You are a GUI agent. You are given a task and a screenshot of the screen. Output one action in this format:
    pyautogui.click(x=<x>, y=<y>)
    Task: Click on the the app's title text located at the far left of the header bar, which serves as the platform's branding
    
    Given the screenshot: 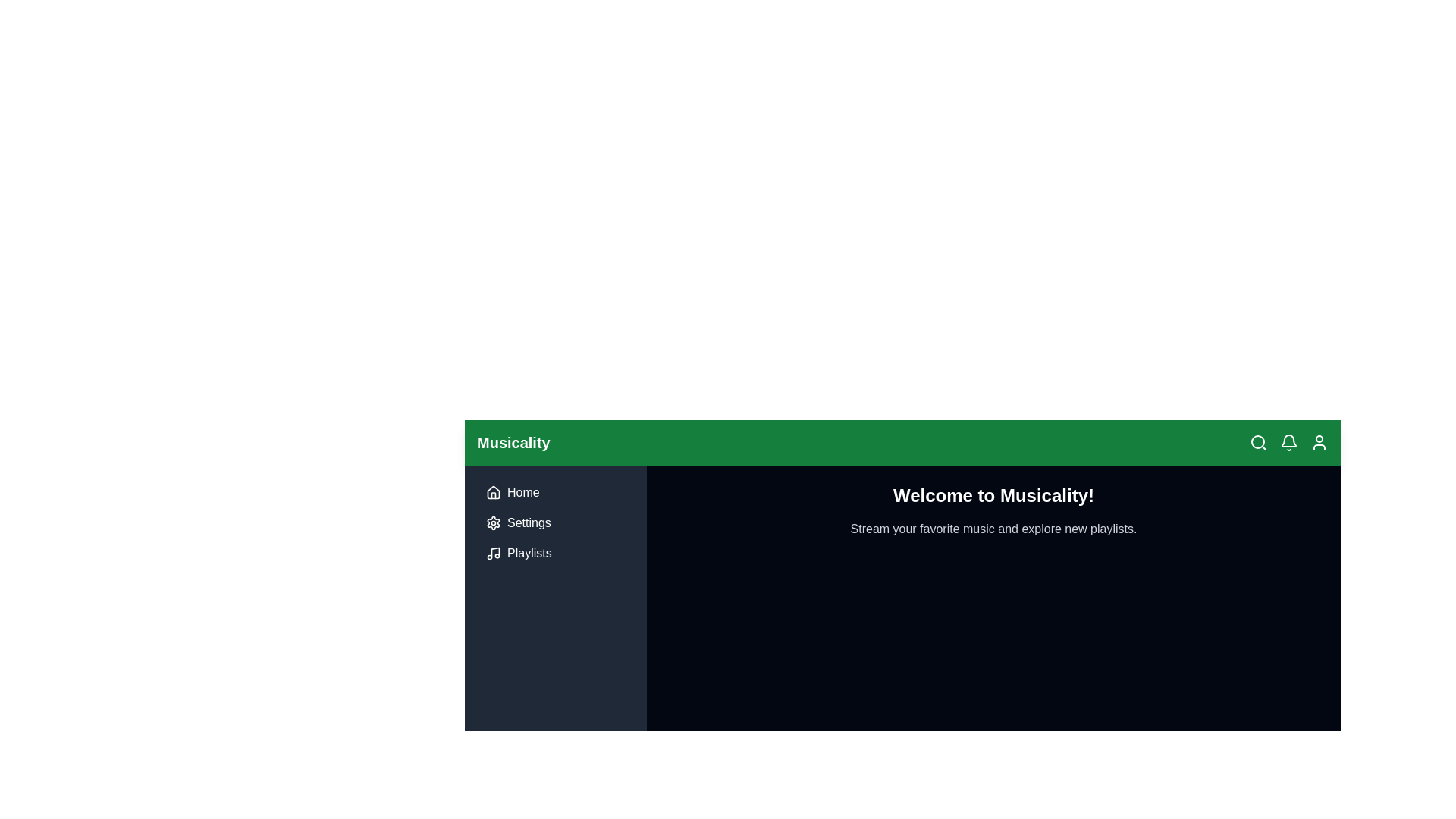 What is the action you would take?
    pyautogui.click(x=513, y=442)
    